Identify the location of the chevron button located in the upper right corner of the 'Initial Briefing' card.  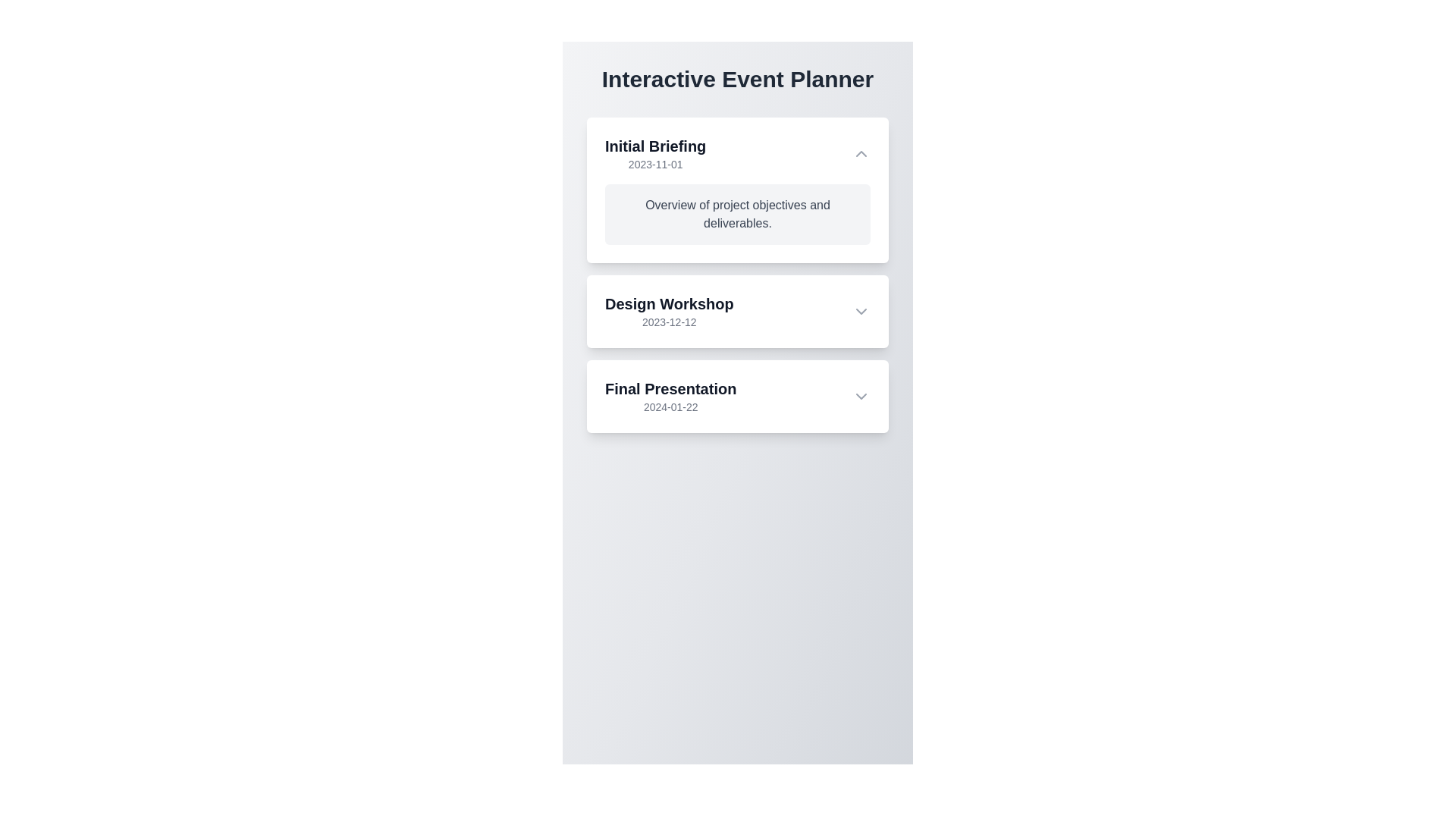
(861, 154).